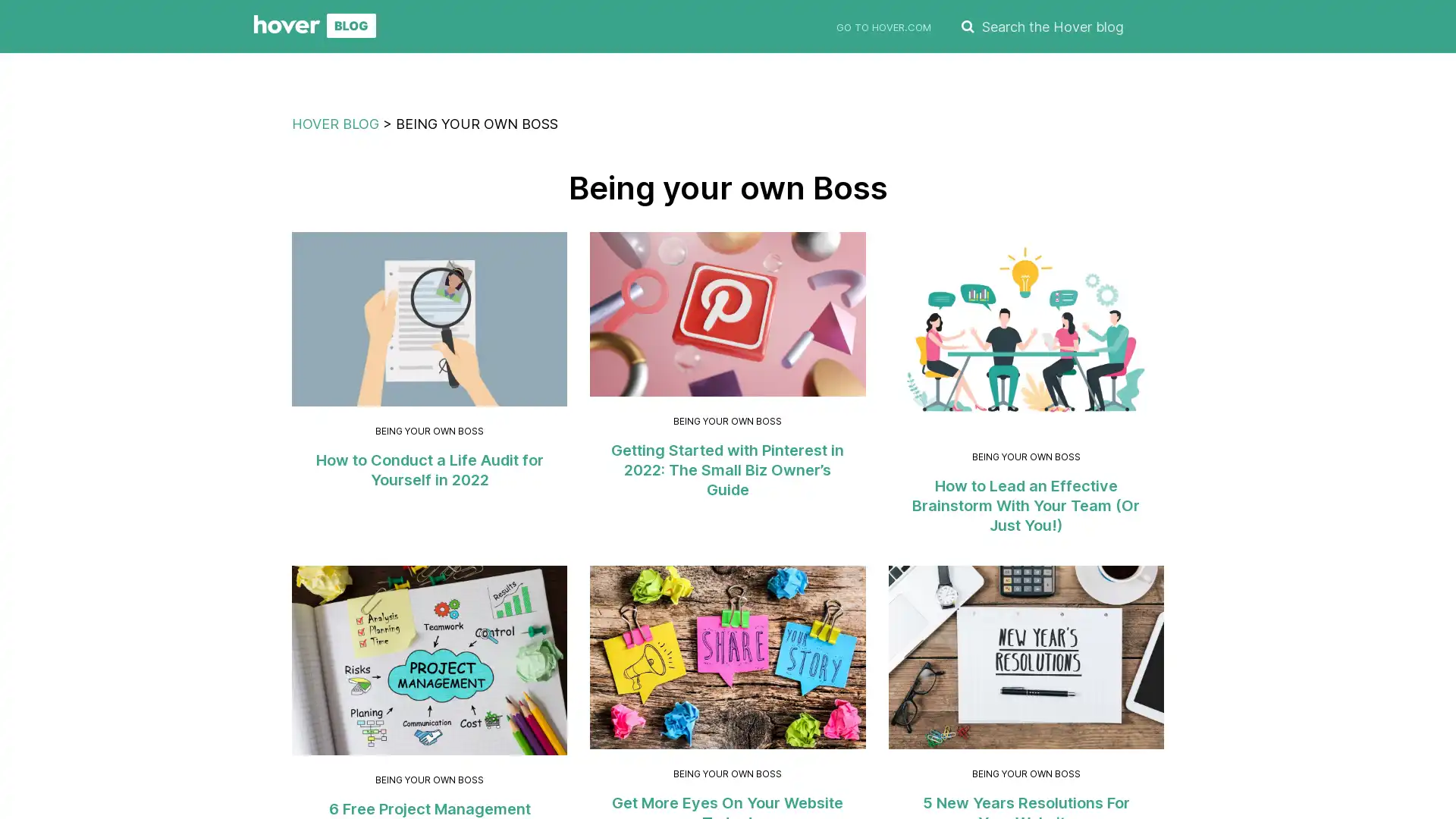 The image size is (1456, 819). Describe the element at coordinates (967, 26) in the screenshot. I see `SEARCH` at that location.